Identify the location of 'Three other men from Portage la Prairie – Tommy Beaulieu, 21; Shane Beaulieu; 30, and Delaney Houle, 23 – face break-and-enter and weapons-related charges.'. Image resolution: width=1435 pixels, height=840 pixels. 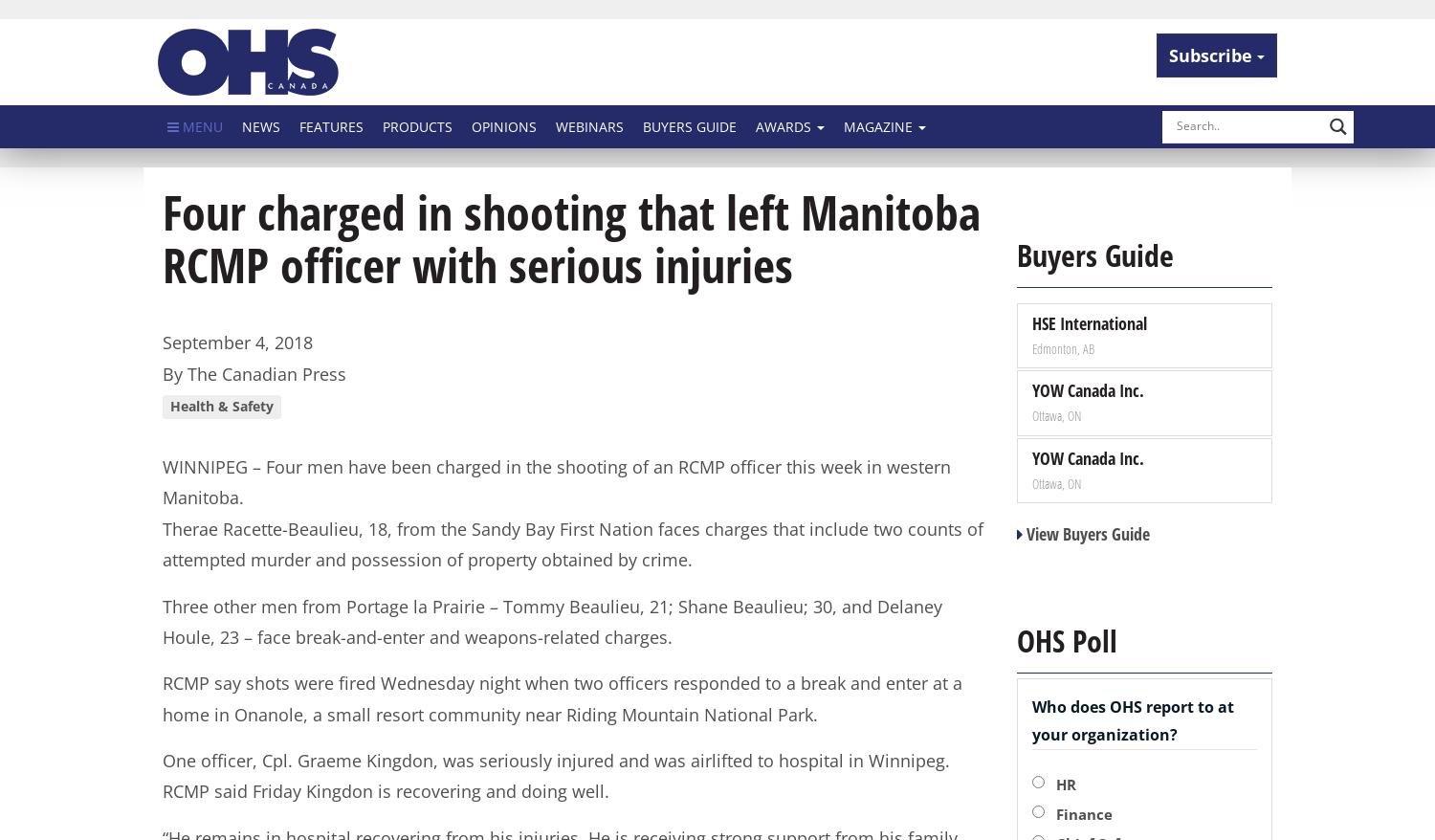
(162, 620).